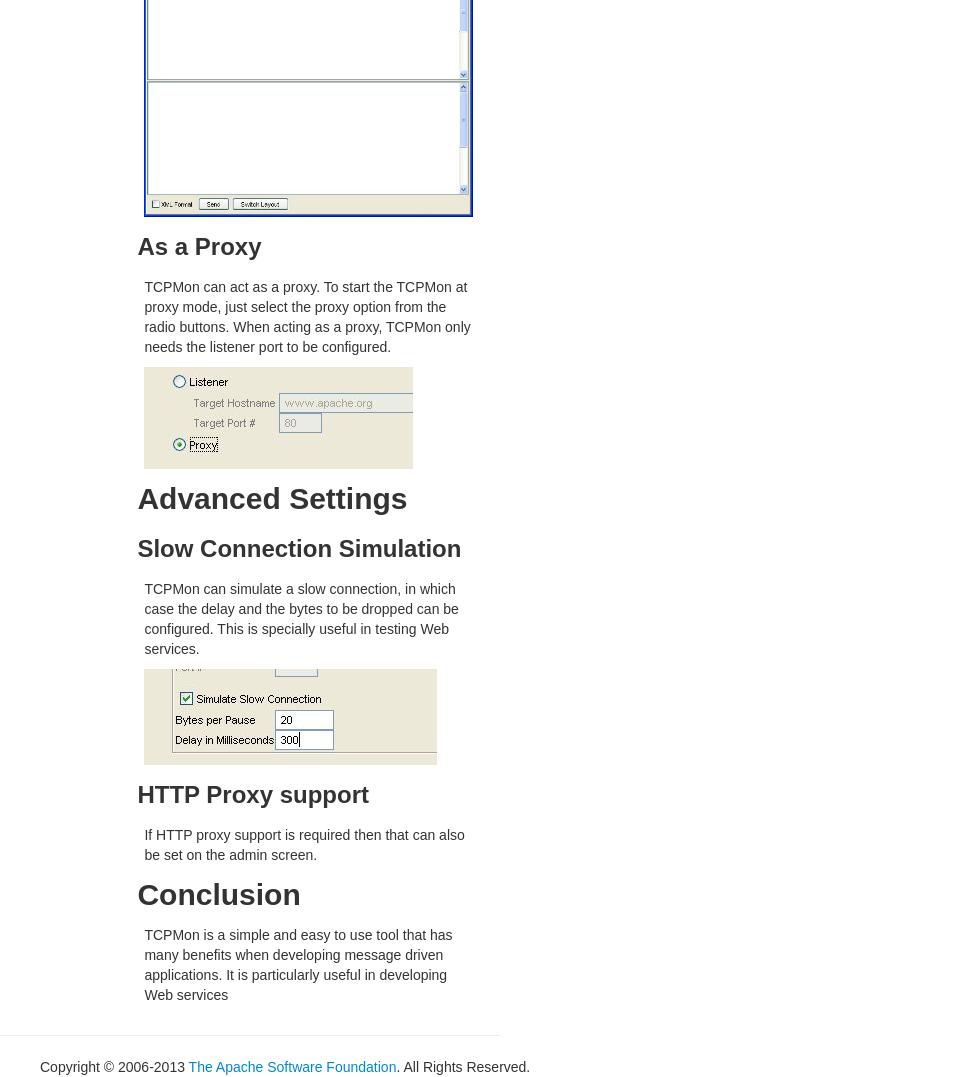 The width and height of the screenshot is (980, 1077). Describe the element at coordinates (113, 1066) in the screenshot. I see `'Copyright ©                    2006-2013'` at that location.